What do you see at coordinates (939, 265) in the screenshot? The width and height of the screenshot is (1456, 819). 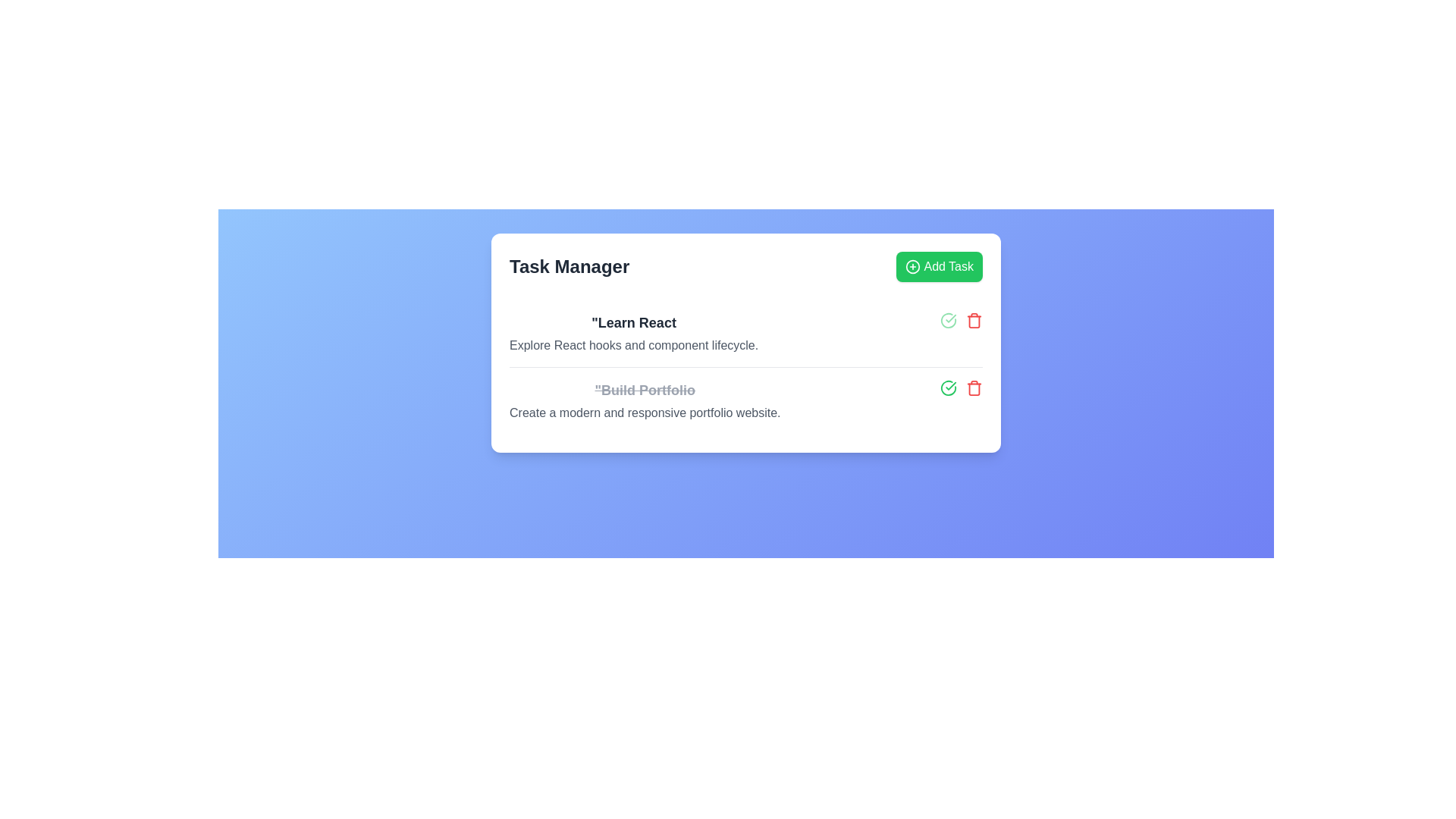 I see `the 'Add Task' button with a bright green background and white text to observe its hover effect` at bounding box center [939, 265].